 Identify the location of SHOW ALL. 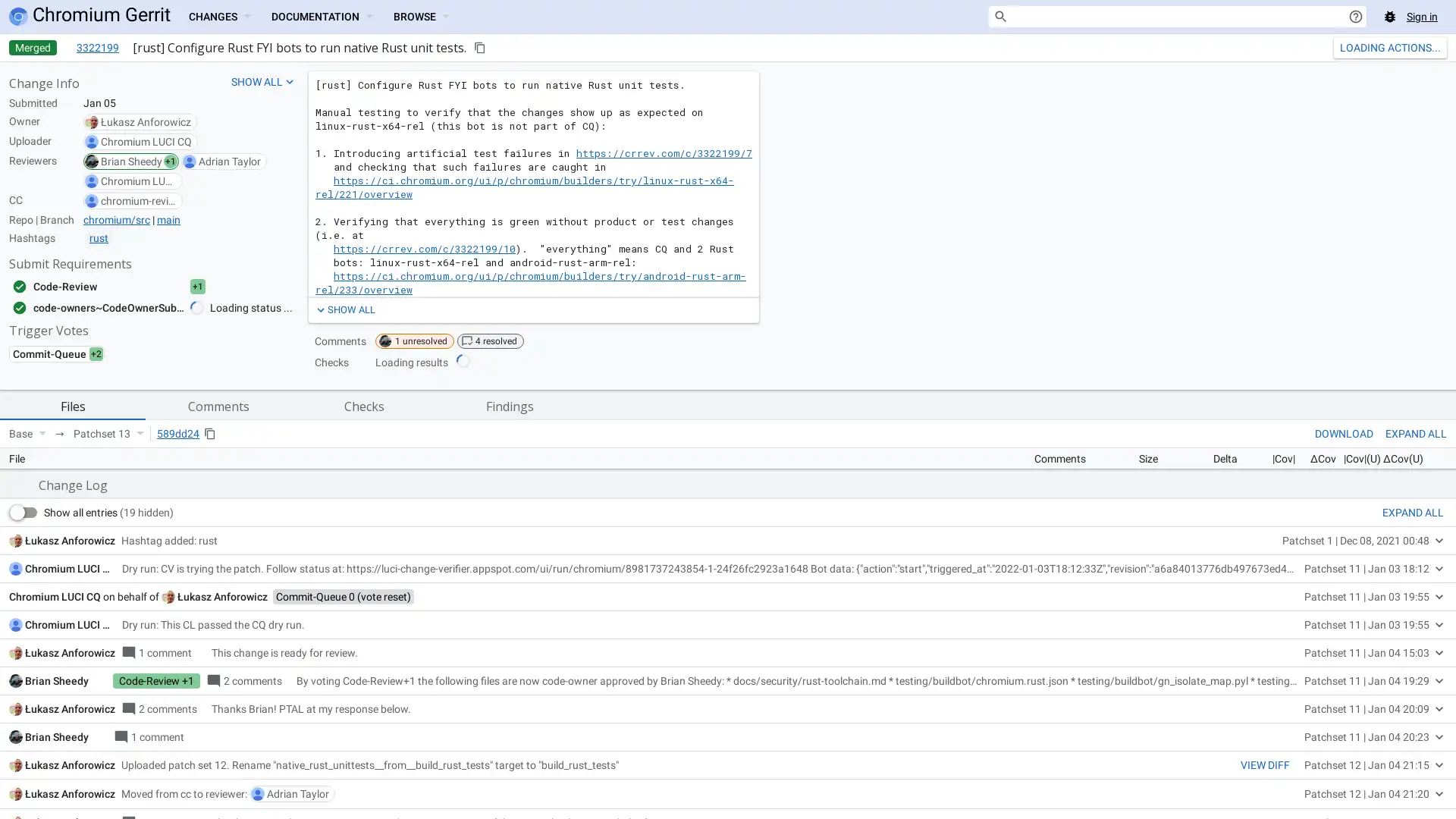
(344, 309).